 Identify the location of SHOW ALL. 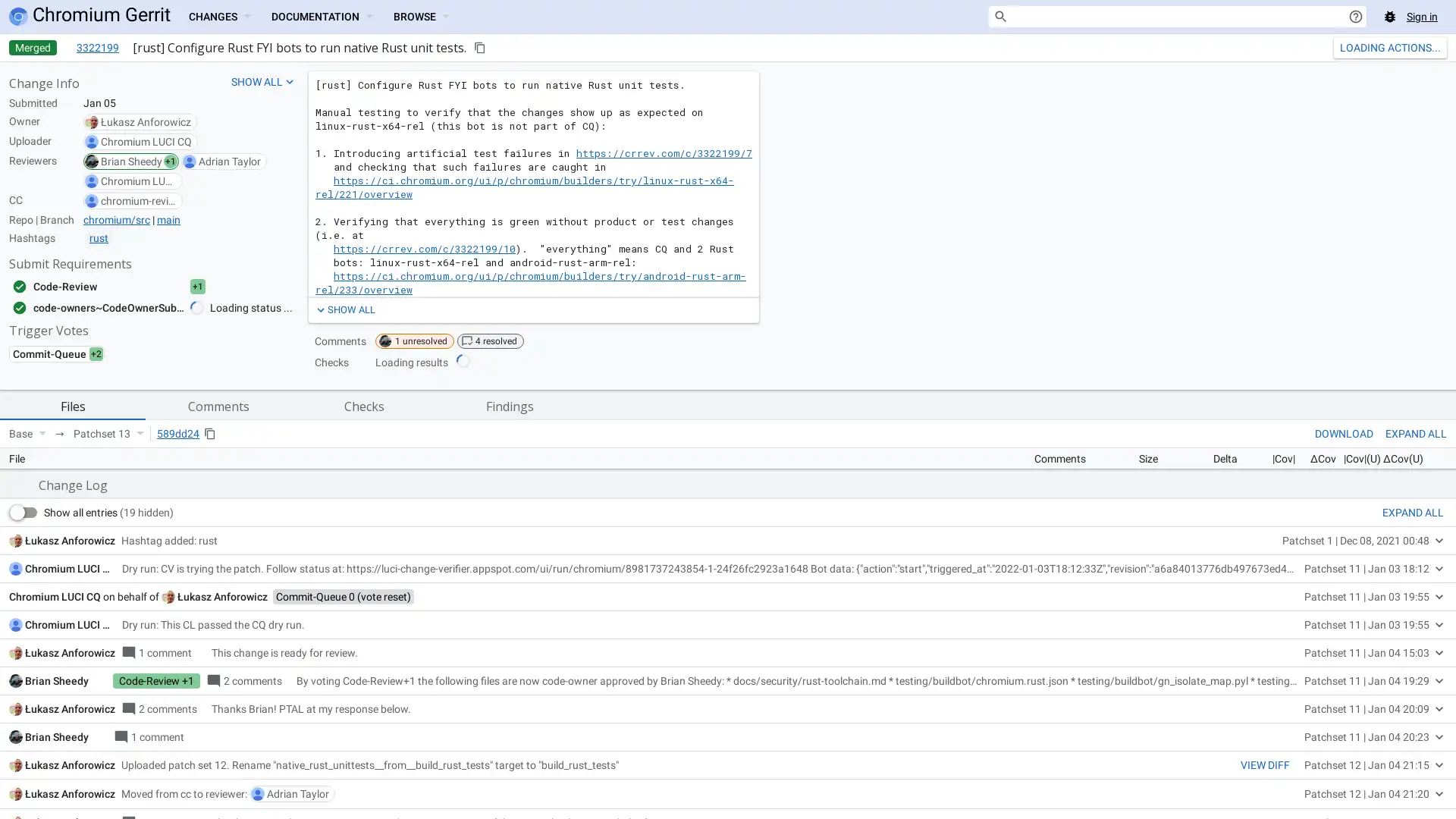
(344, 309).